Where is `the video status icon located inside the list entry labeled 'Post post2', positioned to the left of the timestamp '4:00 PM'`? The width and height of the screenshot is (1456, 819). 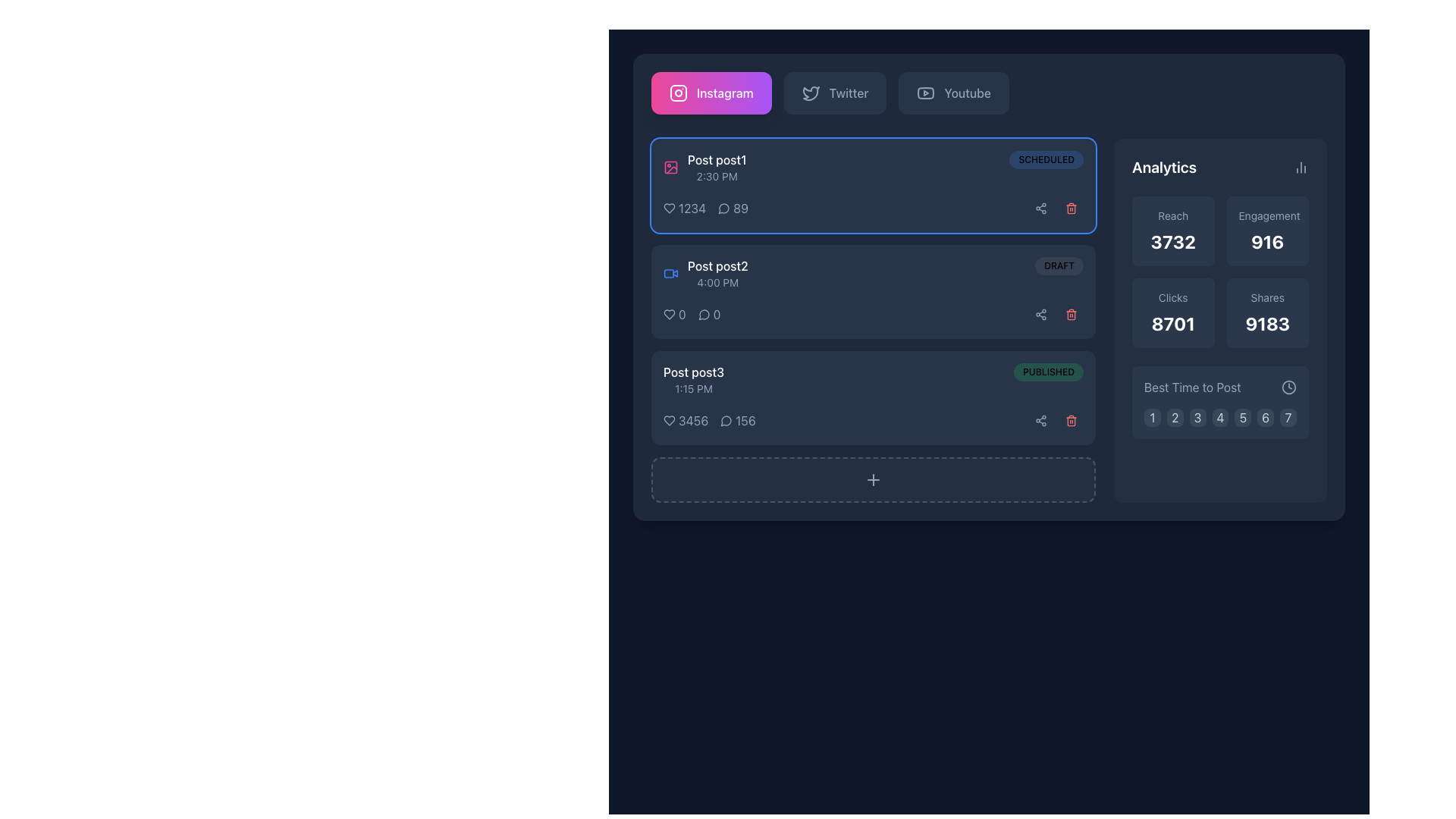 the video status icon located inside the list entry labeled 'Post post2', positioned to the left of the timestamp '4:00 PM' is located at coordinates (668, 274).